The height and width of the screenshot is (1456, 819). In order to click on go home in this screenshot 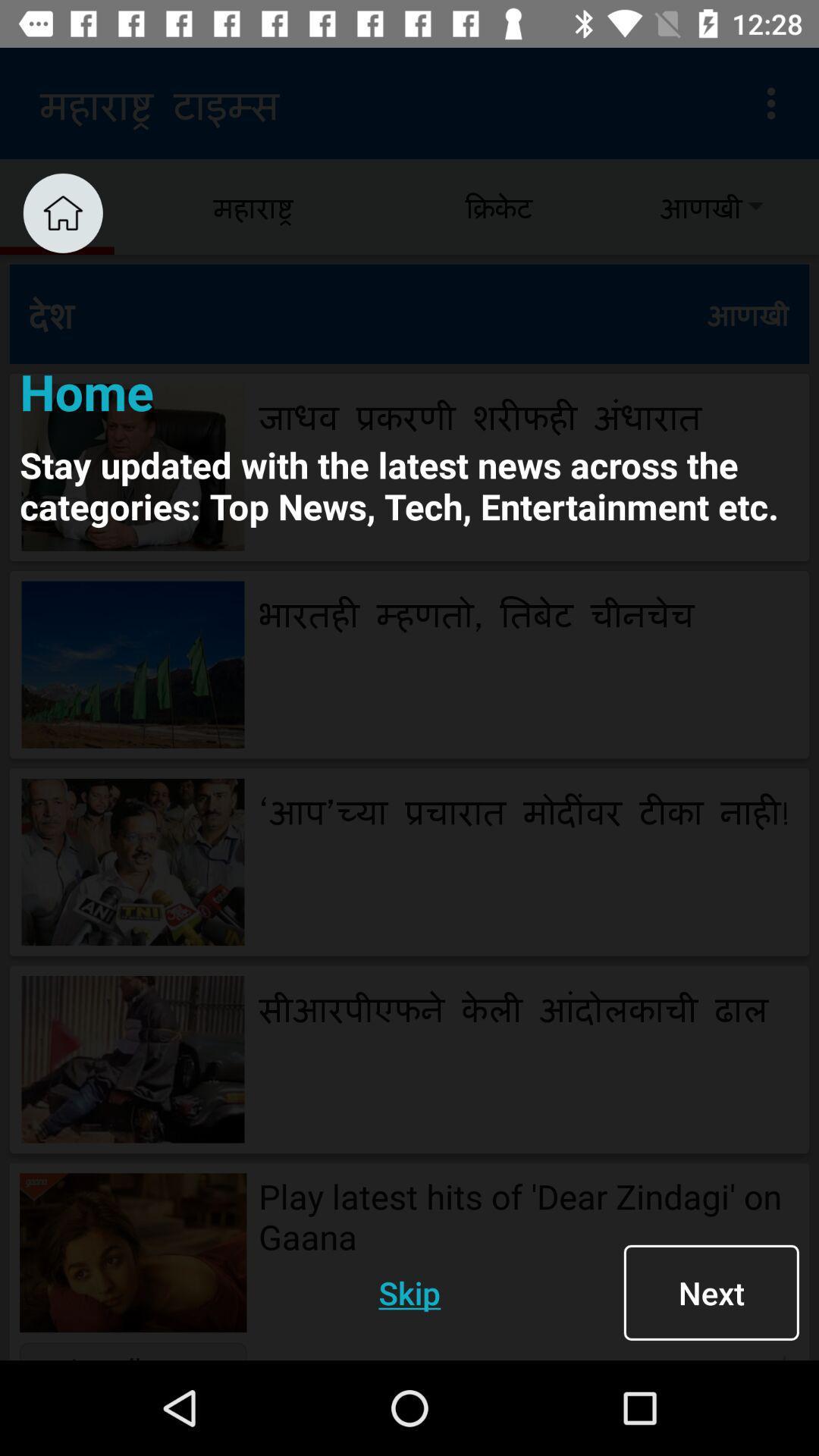, I will do `click(62, 212)`.